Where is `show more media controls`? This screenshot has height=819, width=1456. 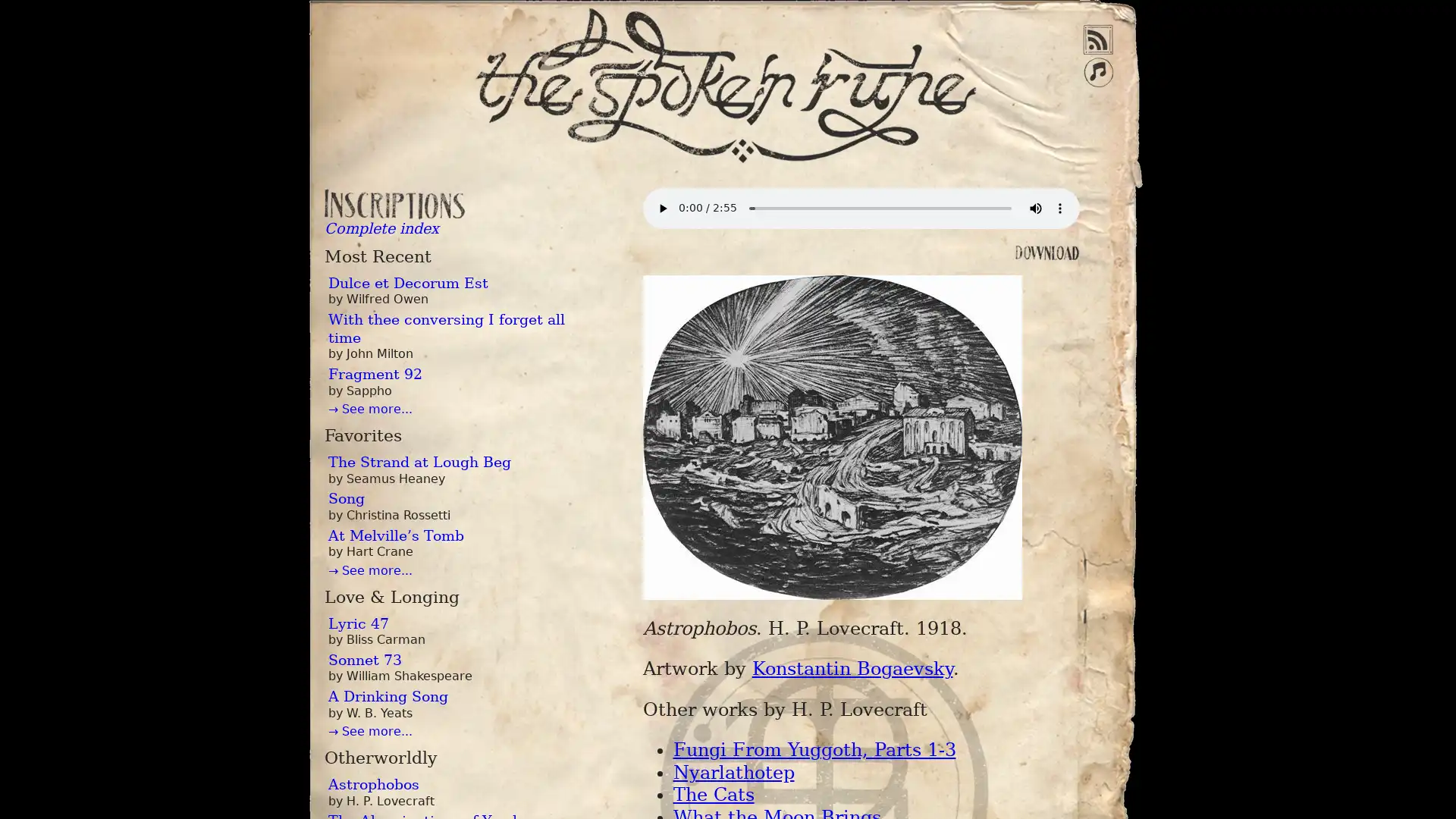 show more media controls is located at coordinates (1058, 208).